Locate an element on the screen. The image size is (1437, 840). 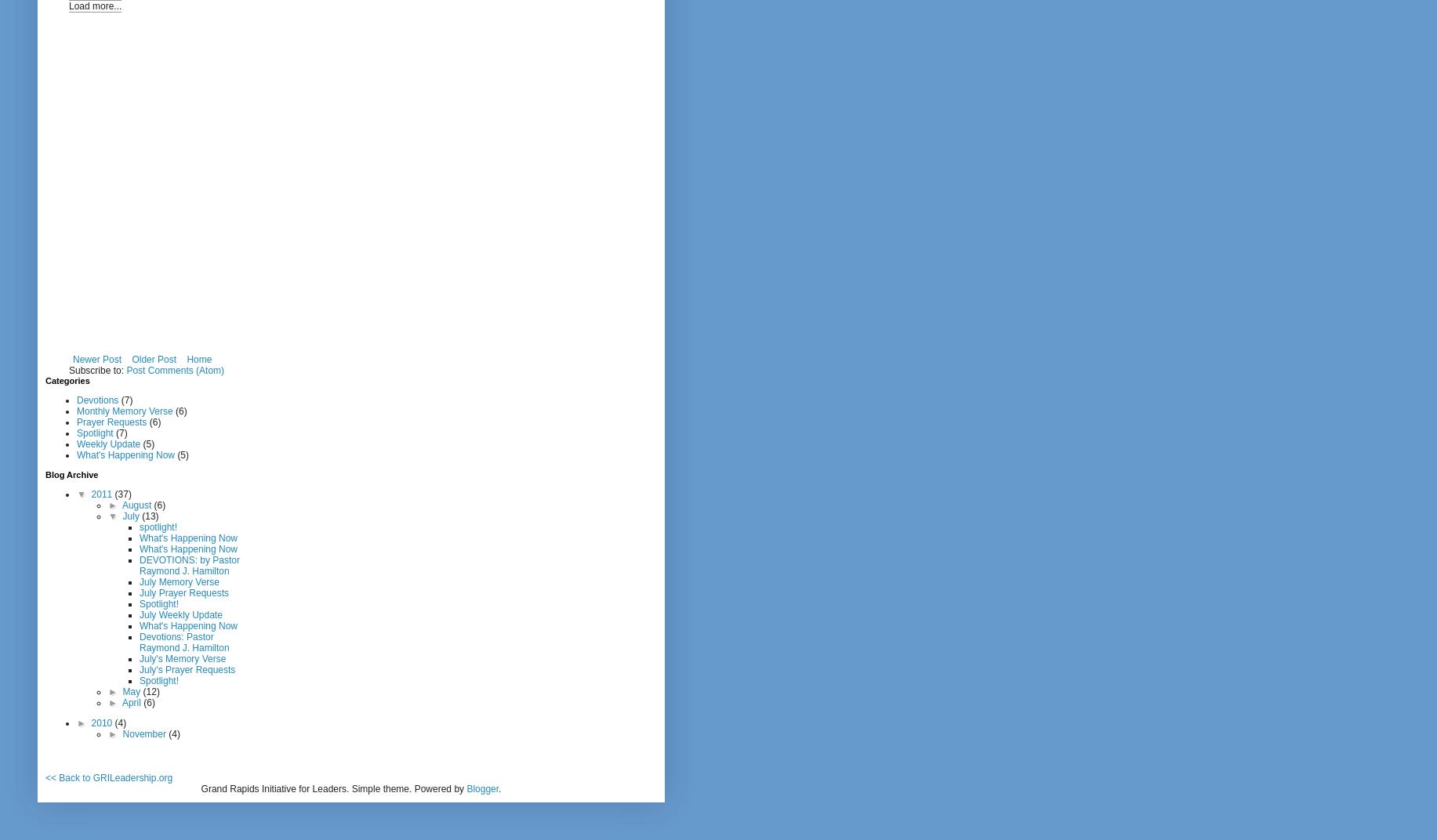
'Devotions: Pastor Raymond J. Hamilton' is located at coordinates (183, 641).